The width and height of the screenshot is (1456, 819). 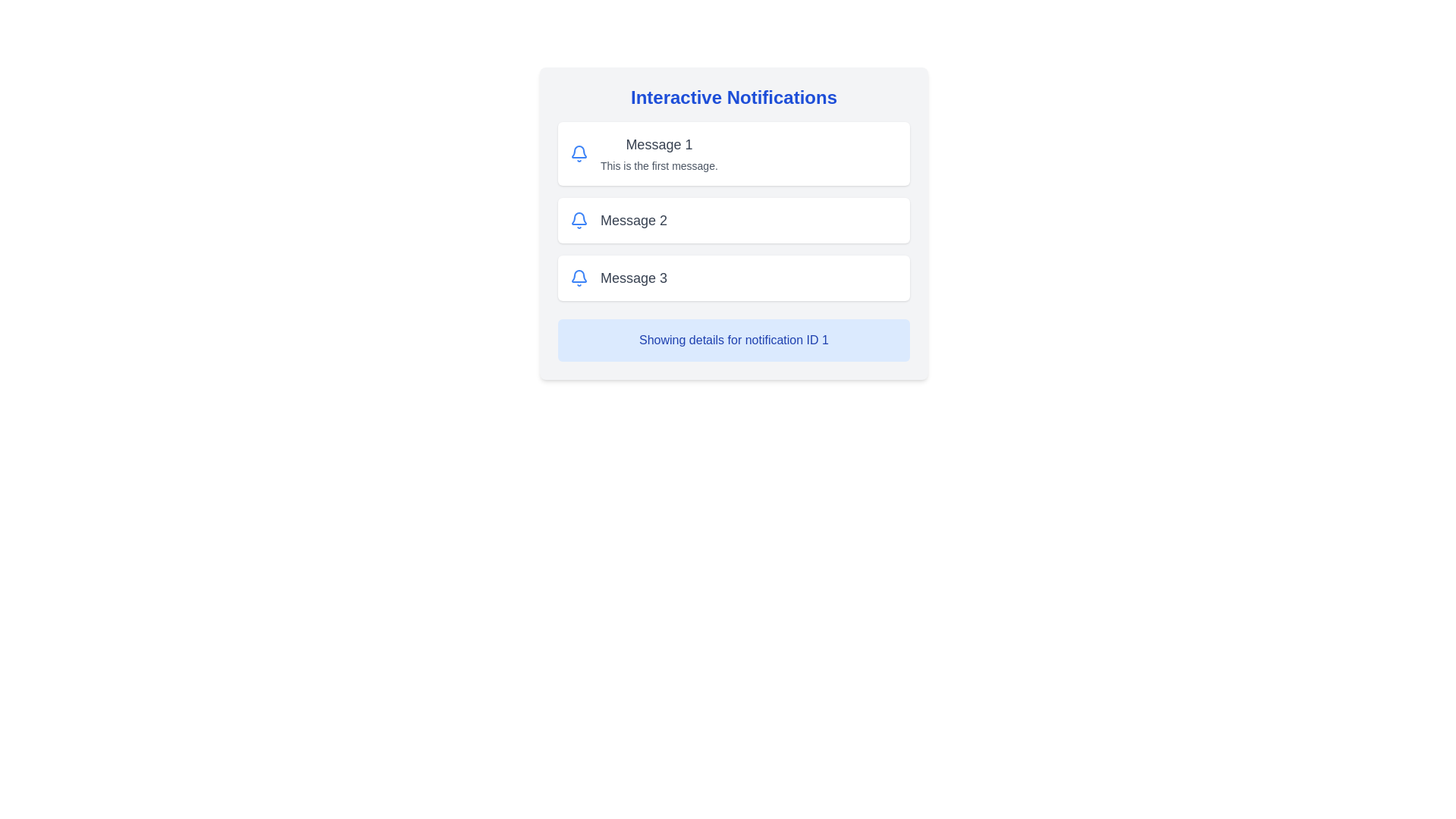 I want to click on the notification icon representing 'Message 3', which is located to the left of the text 'Message 3' within the notification card, so click(x=578, y=278).